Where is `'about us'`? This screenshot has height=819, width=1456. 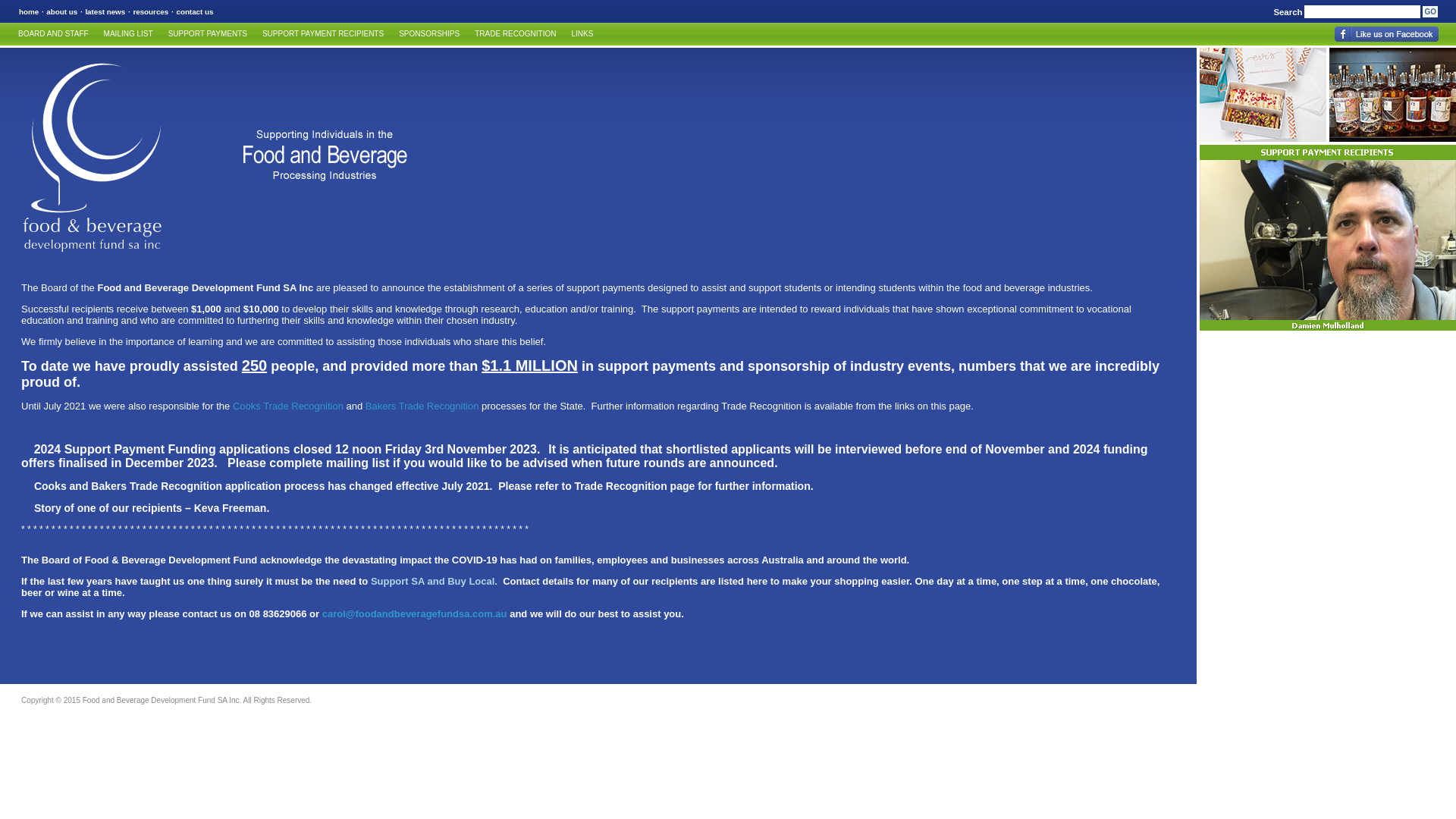 'about us' is located at coordinates (45, 11).